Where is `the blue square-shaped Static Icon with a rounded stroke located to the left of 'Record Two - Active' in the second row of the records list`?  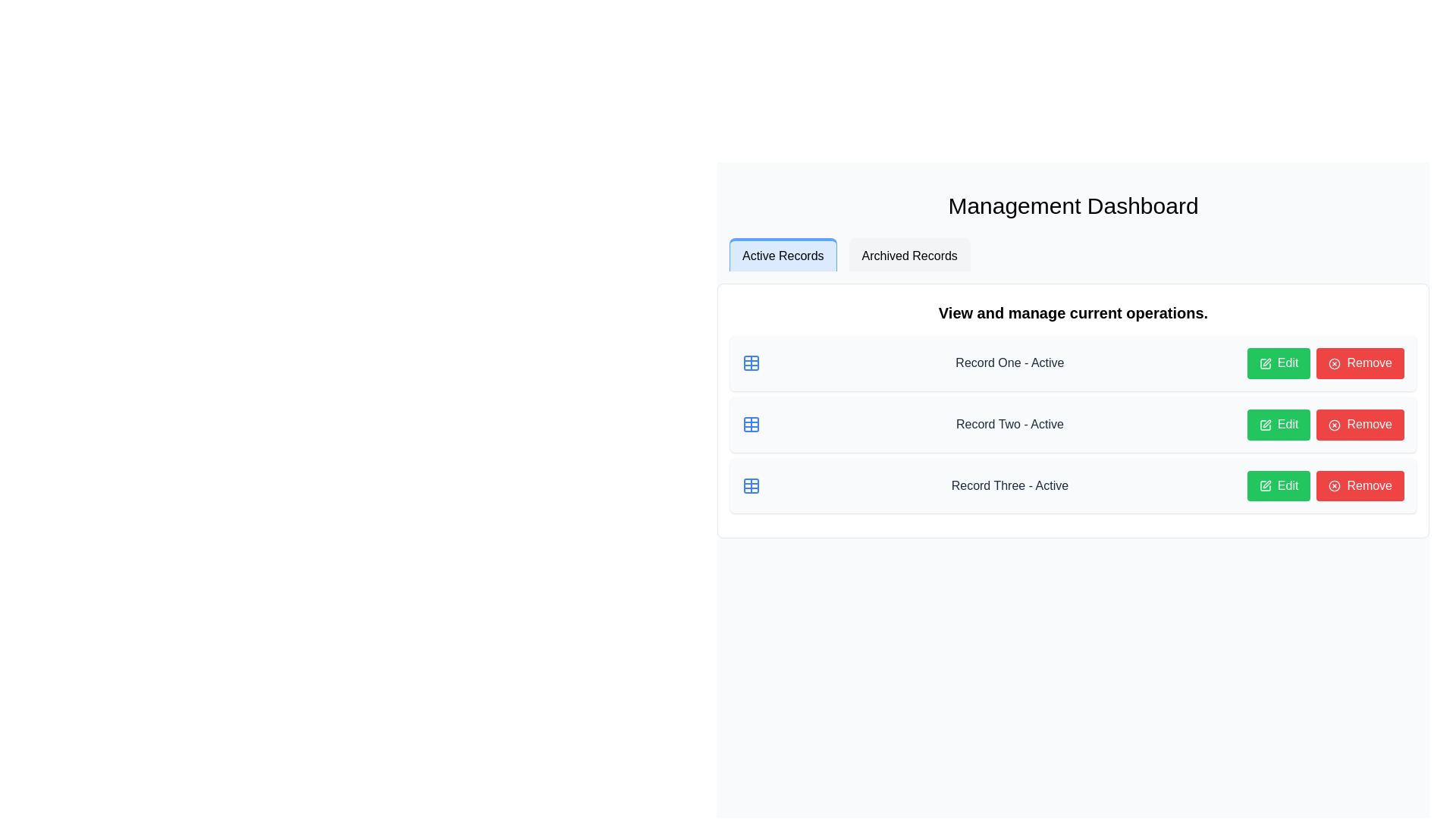
the blue square-shaped Static Icon with a rounded stroke located to the left of 'Record Two - Active' in the second row of the records list is located at coordinates (751, 424).